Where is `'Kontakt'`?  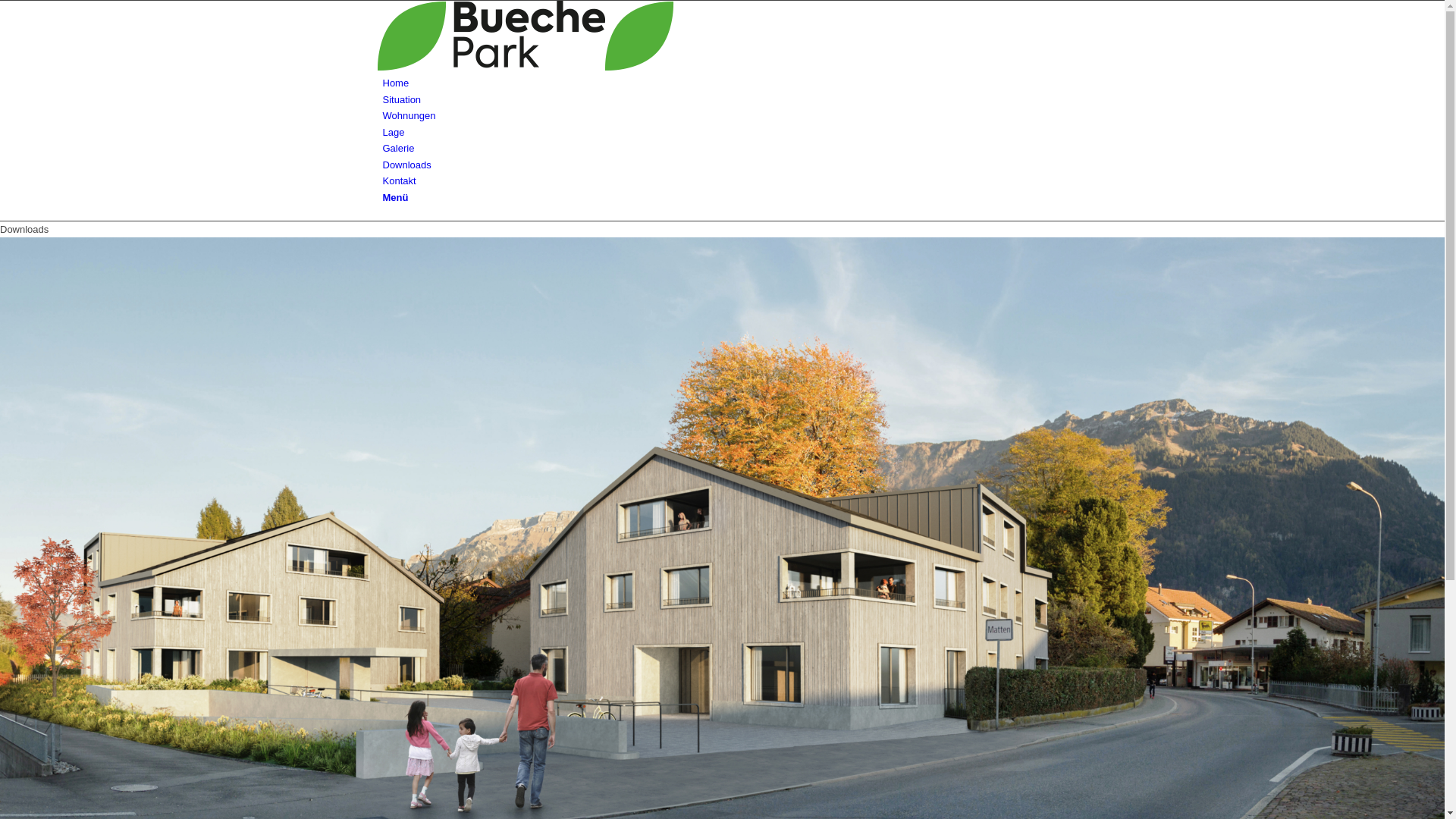
'Kontakt' is located at coordinates (399, 180).